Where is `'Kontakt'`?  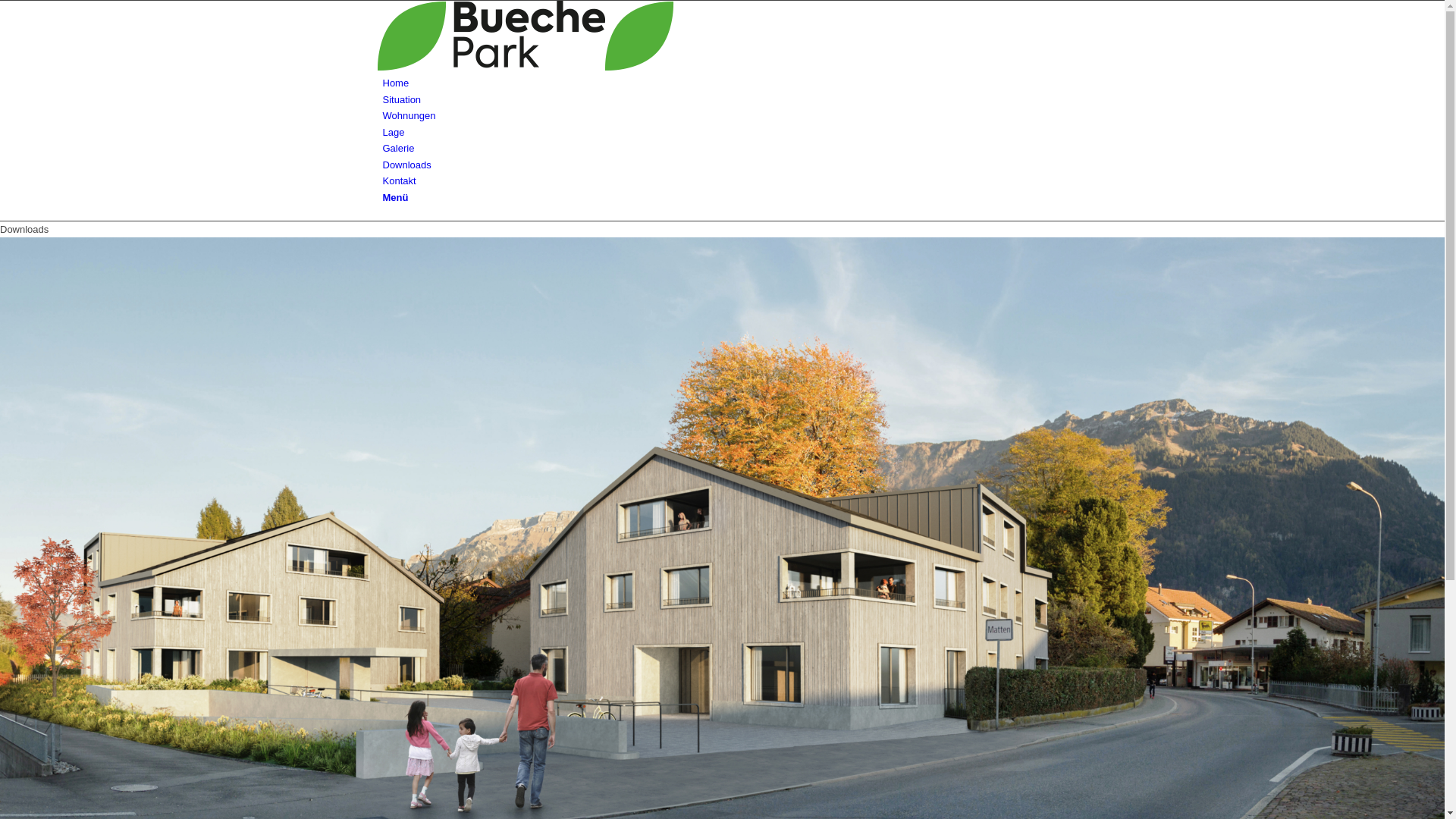
'Kontakt' is located at coordinates (399, 180).